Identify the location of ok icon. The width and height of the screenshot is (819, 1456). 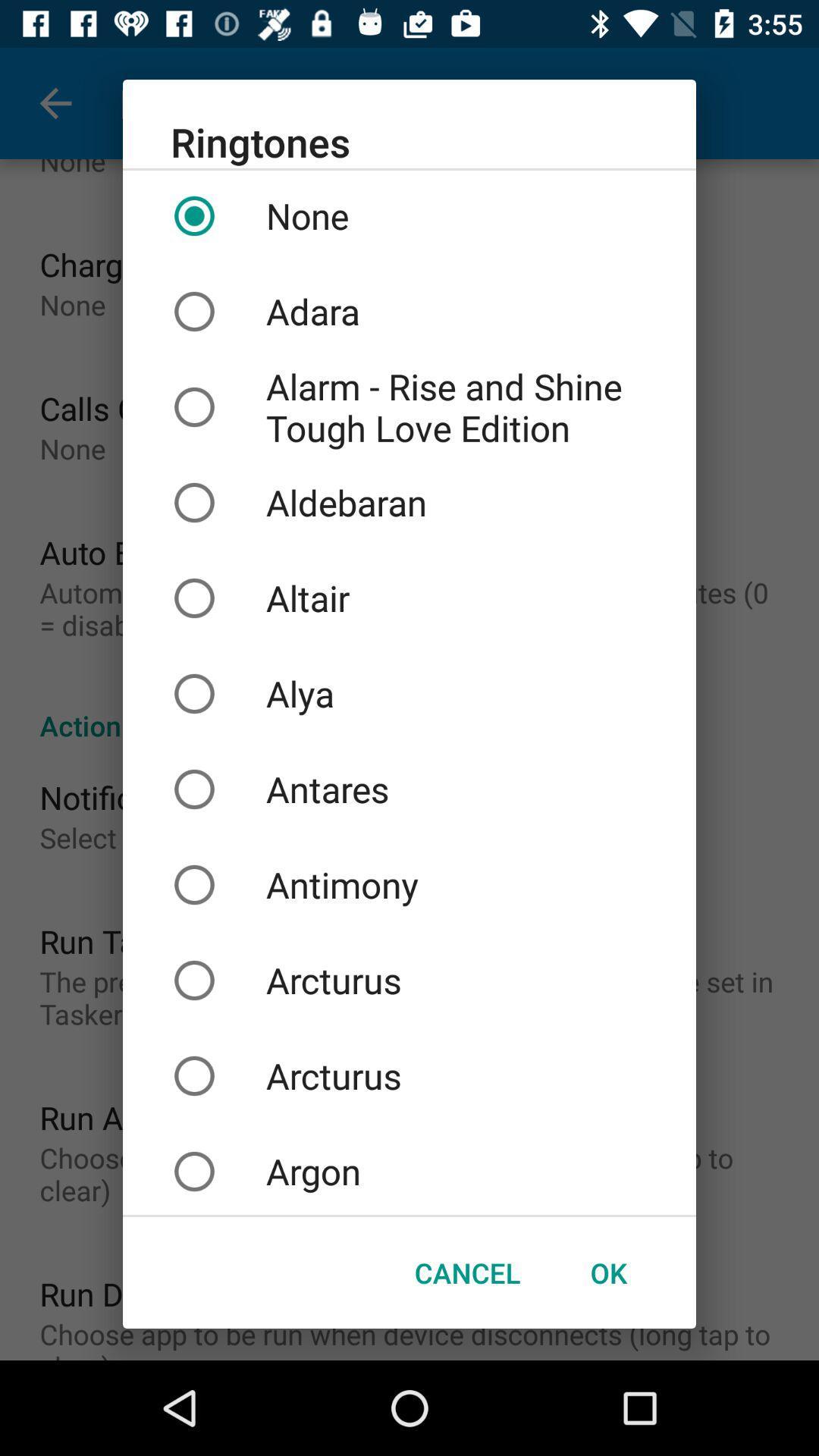
(607, 1272).